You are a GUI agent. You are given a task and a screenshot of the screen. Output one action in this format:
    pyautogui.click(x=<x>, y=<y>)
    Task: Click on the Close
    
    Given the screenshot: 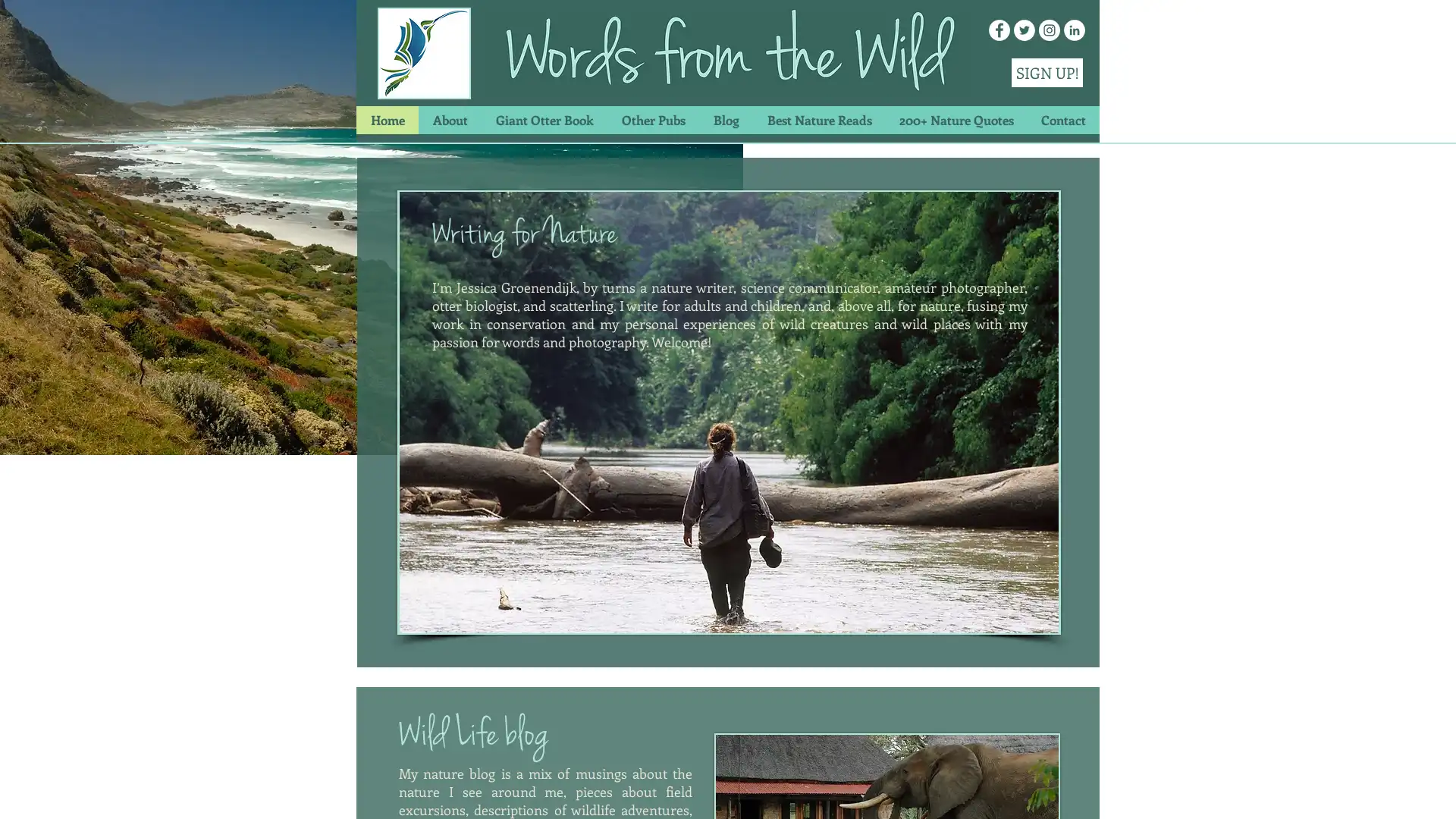 What is the action you would take?
    pyautogui.click(x=1437, y=792)
    